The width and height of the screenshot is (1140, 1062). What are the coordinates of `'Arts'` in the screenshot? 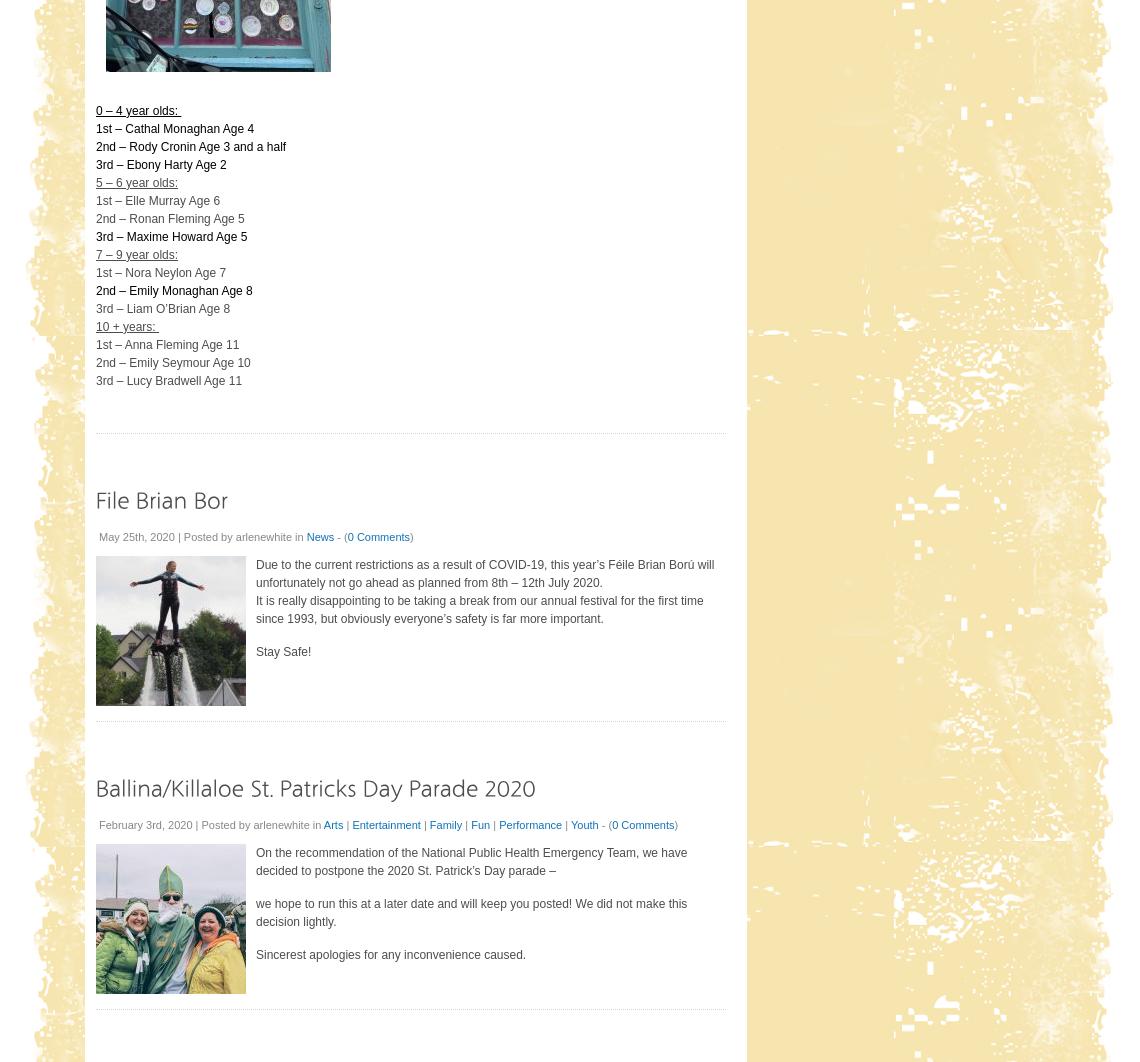 It's located at (332, 823).